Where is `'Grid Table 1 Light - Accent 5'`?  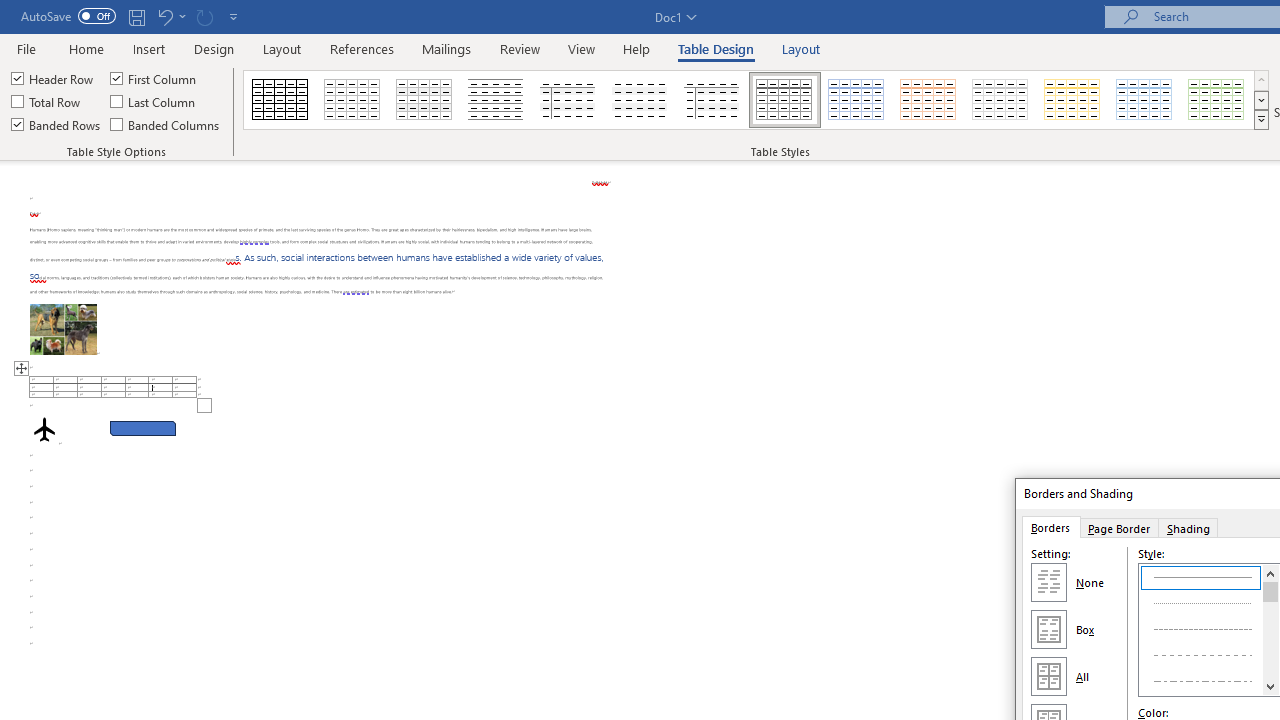
'Grid Table 1 Light - Accent 5' is located at coordinates (1144, 100).